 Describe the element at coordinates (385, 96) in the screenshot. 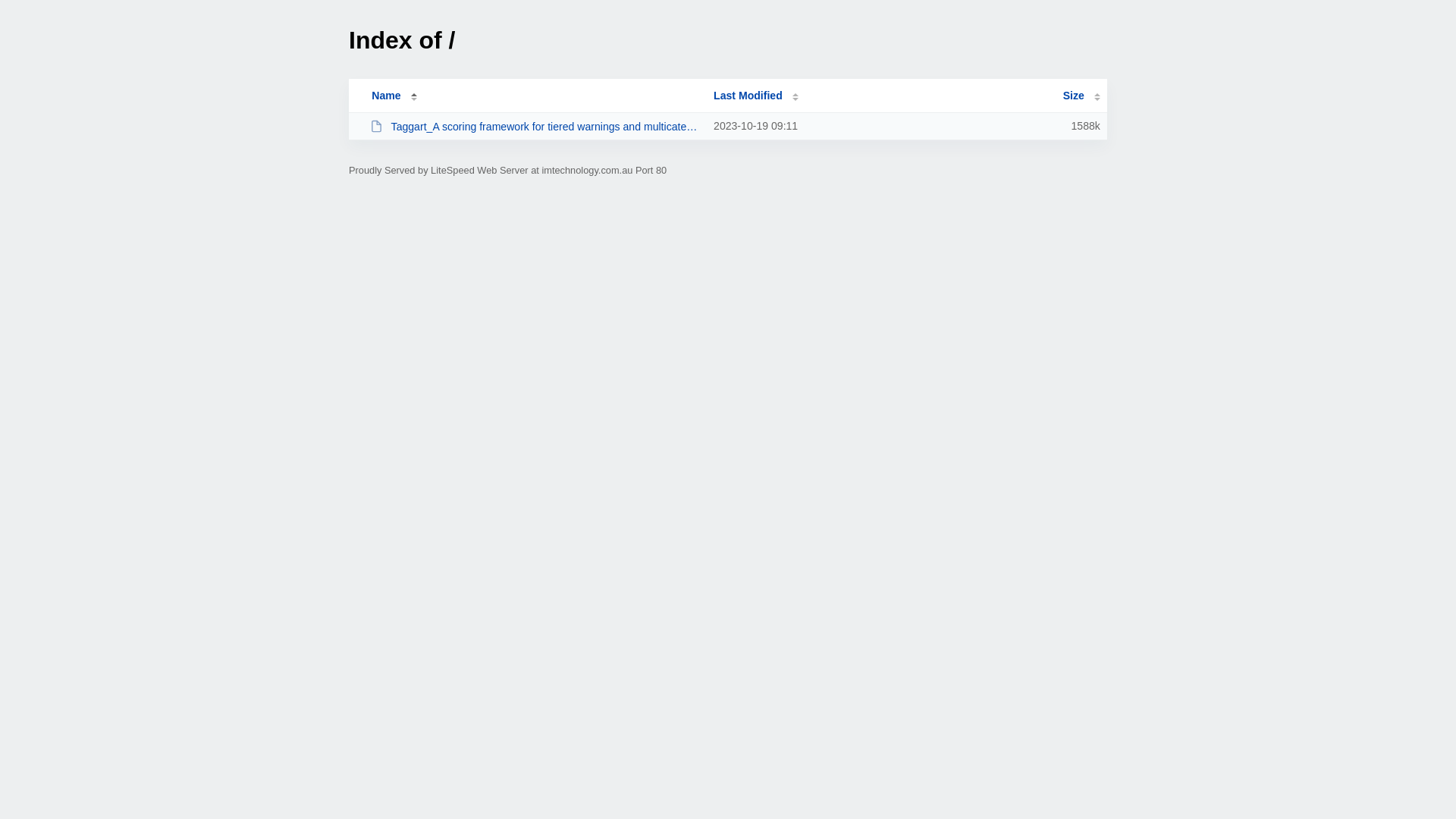

I see `'Name'` at that location.